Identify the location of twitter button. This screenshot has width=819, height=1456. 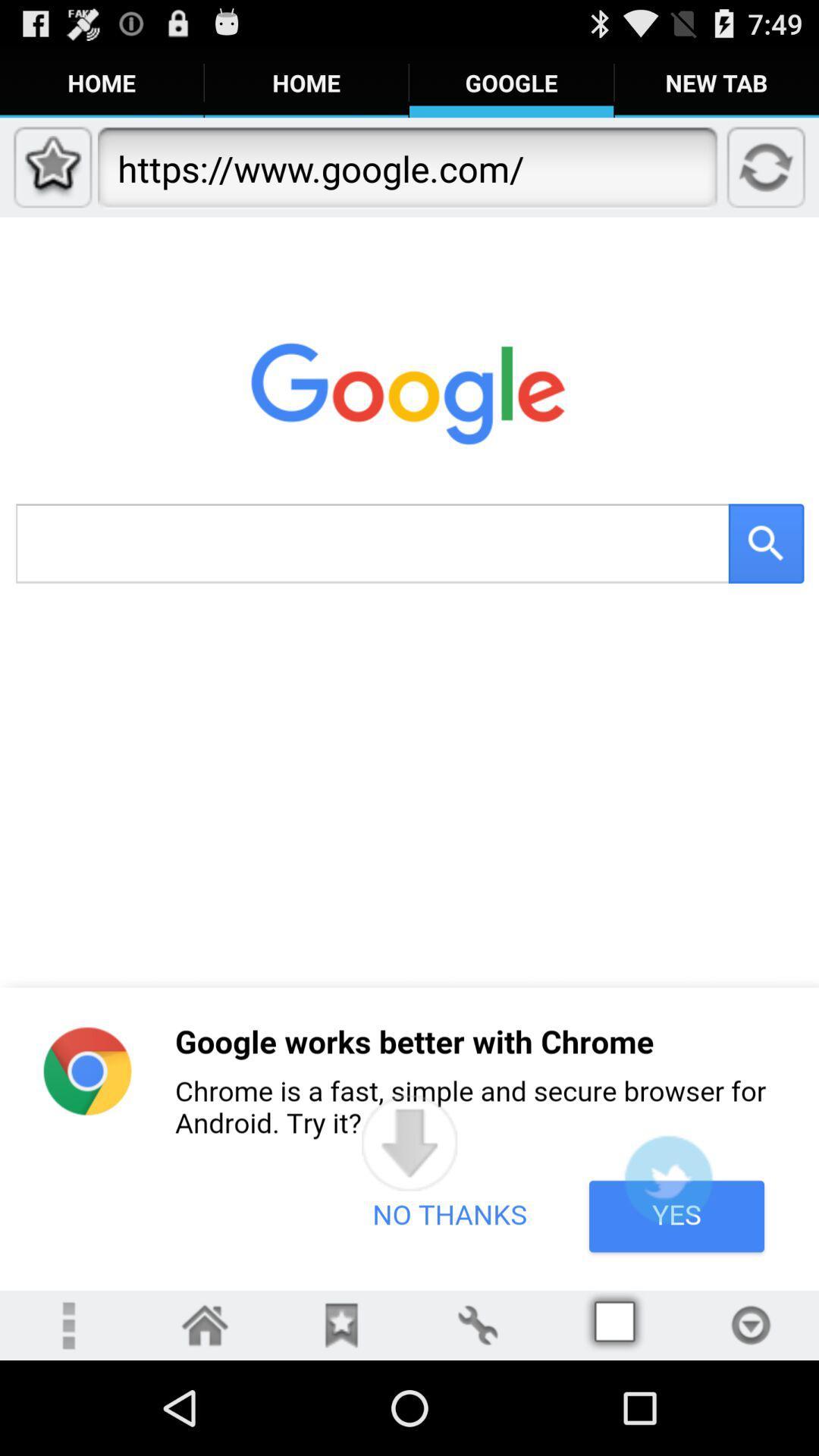
(667, 1178).